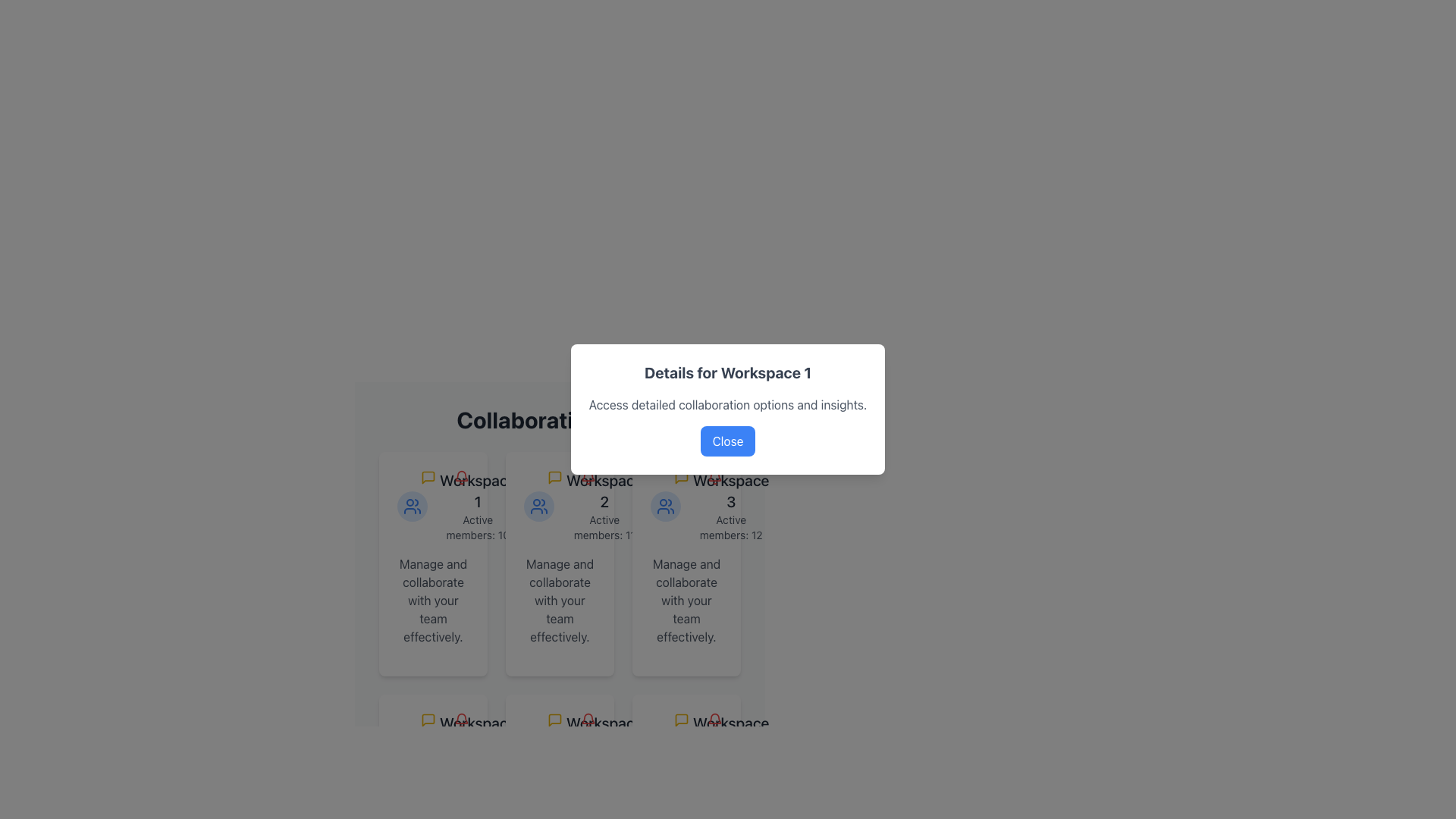  What do you see at coordinates (728, 373) in the screenshot?
I see `text label or heading in the modal dialog that indicates the content subject about workspace details` at bounding box center [728, 373].